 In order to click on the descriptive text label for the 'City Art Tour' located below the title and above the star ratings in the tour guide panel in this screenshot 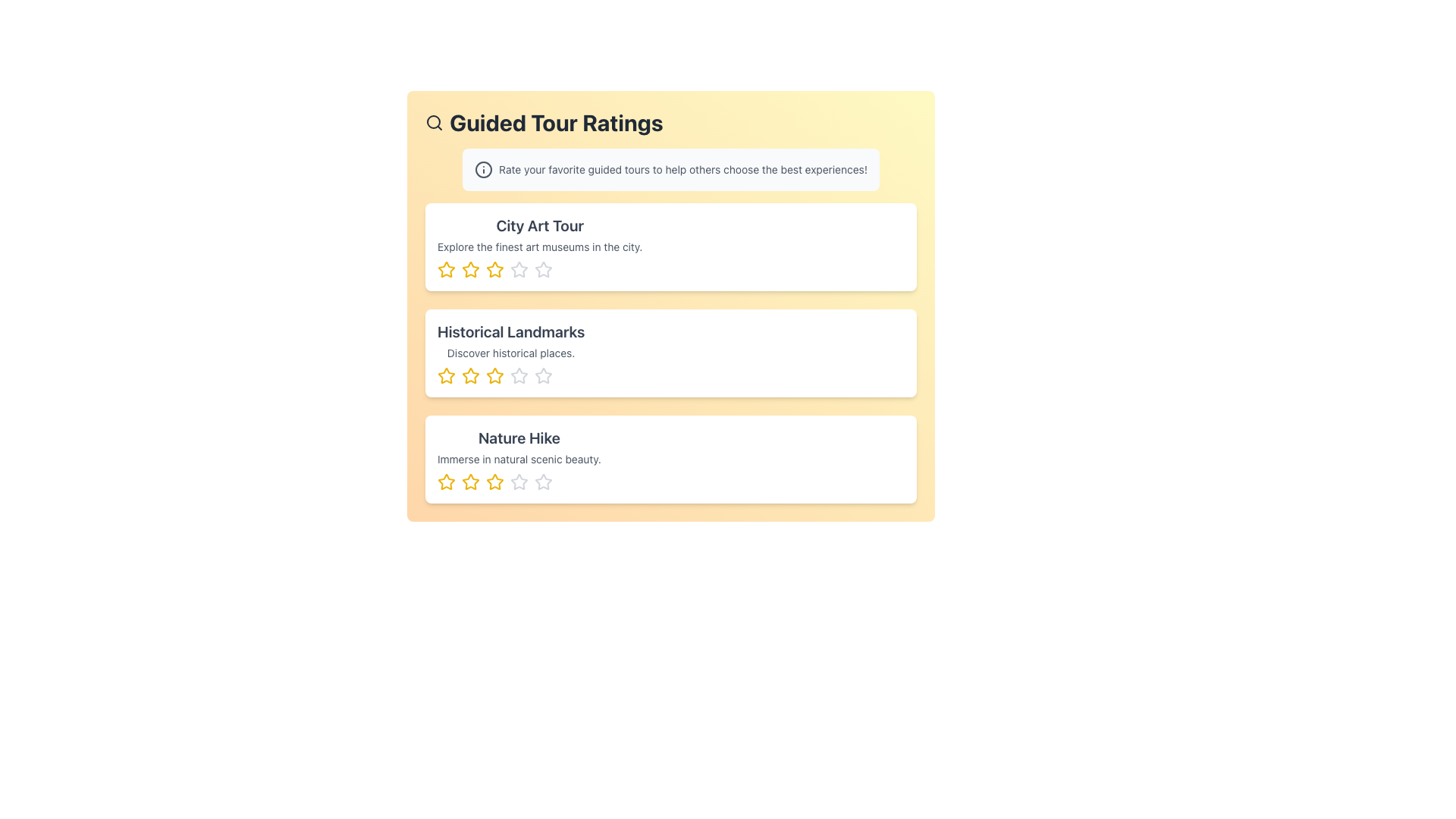, I will do `click(540, 246)`.